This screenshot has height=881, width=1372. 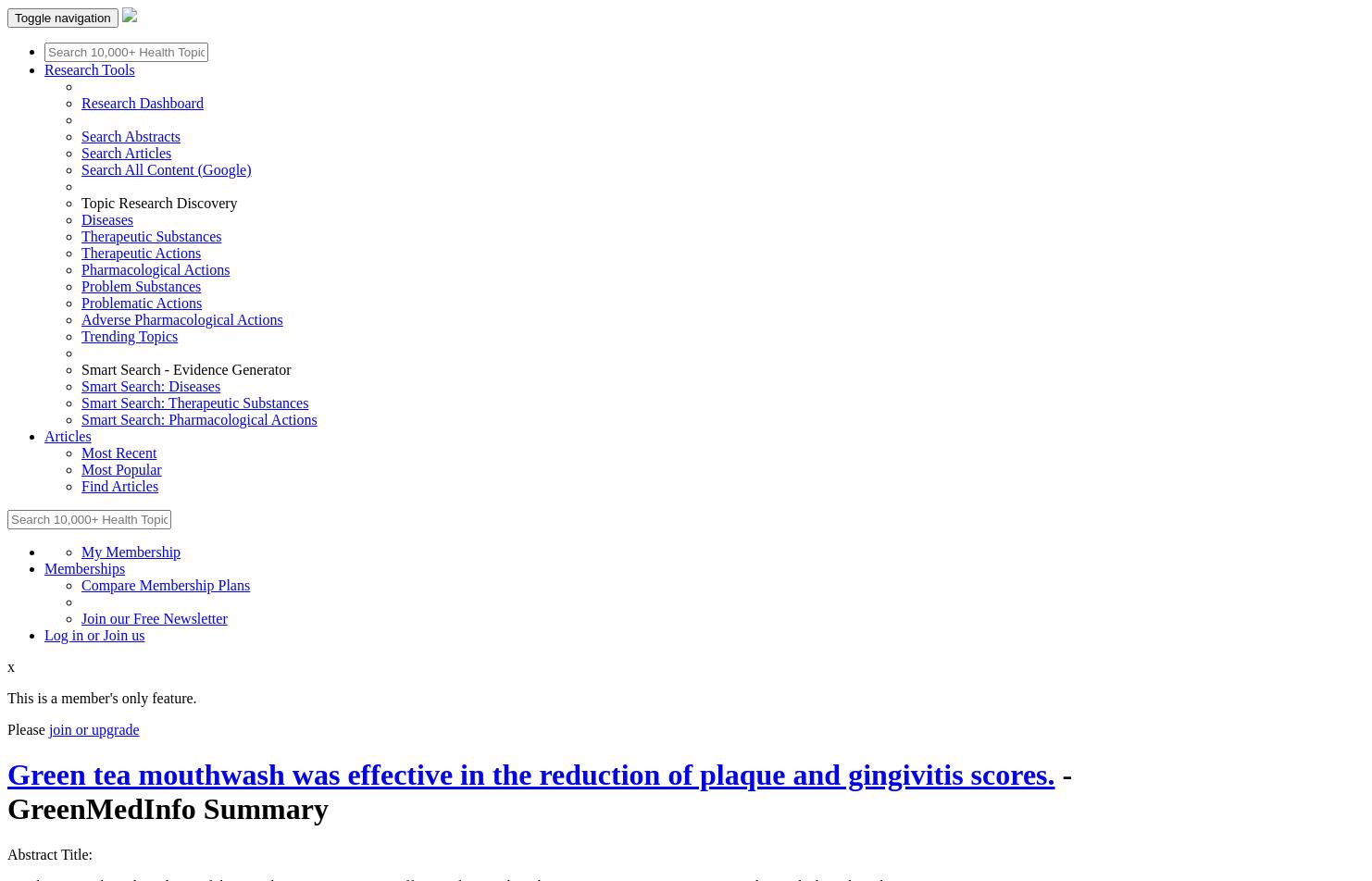 I want to click on 'Abstract Title:', so click(x=49, y=853).